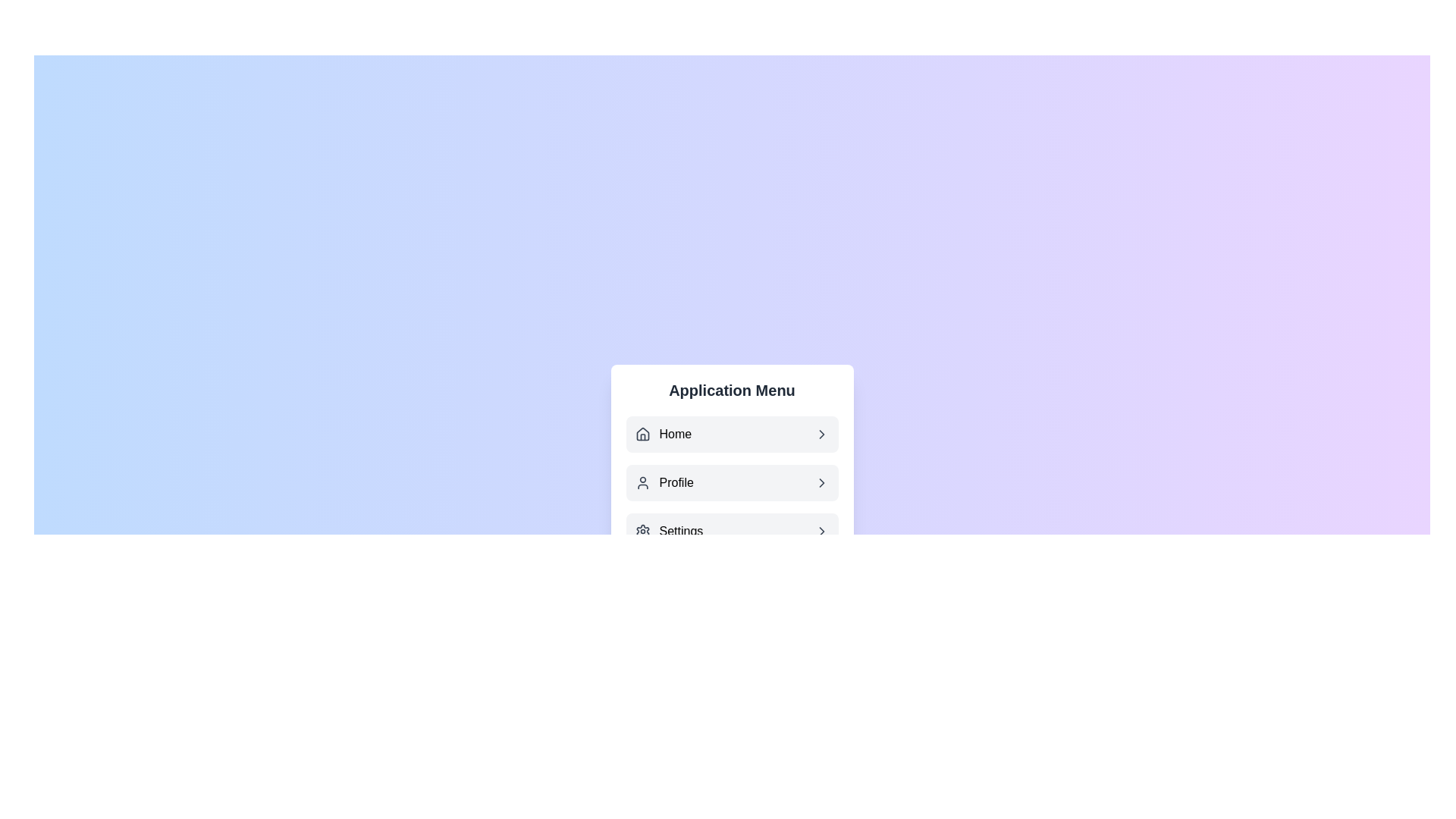 Image resolution: width=1456 pixels, height=819 pixels. What do you see at coordinates (642, 435) in the screenshot?
I see `the small house icon, which is outlined in dark gray and serves as a visual aid for the 'Home' navigation menu` at bounding box center [642, 435].